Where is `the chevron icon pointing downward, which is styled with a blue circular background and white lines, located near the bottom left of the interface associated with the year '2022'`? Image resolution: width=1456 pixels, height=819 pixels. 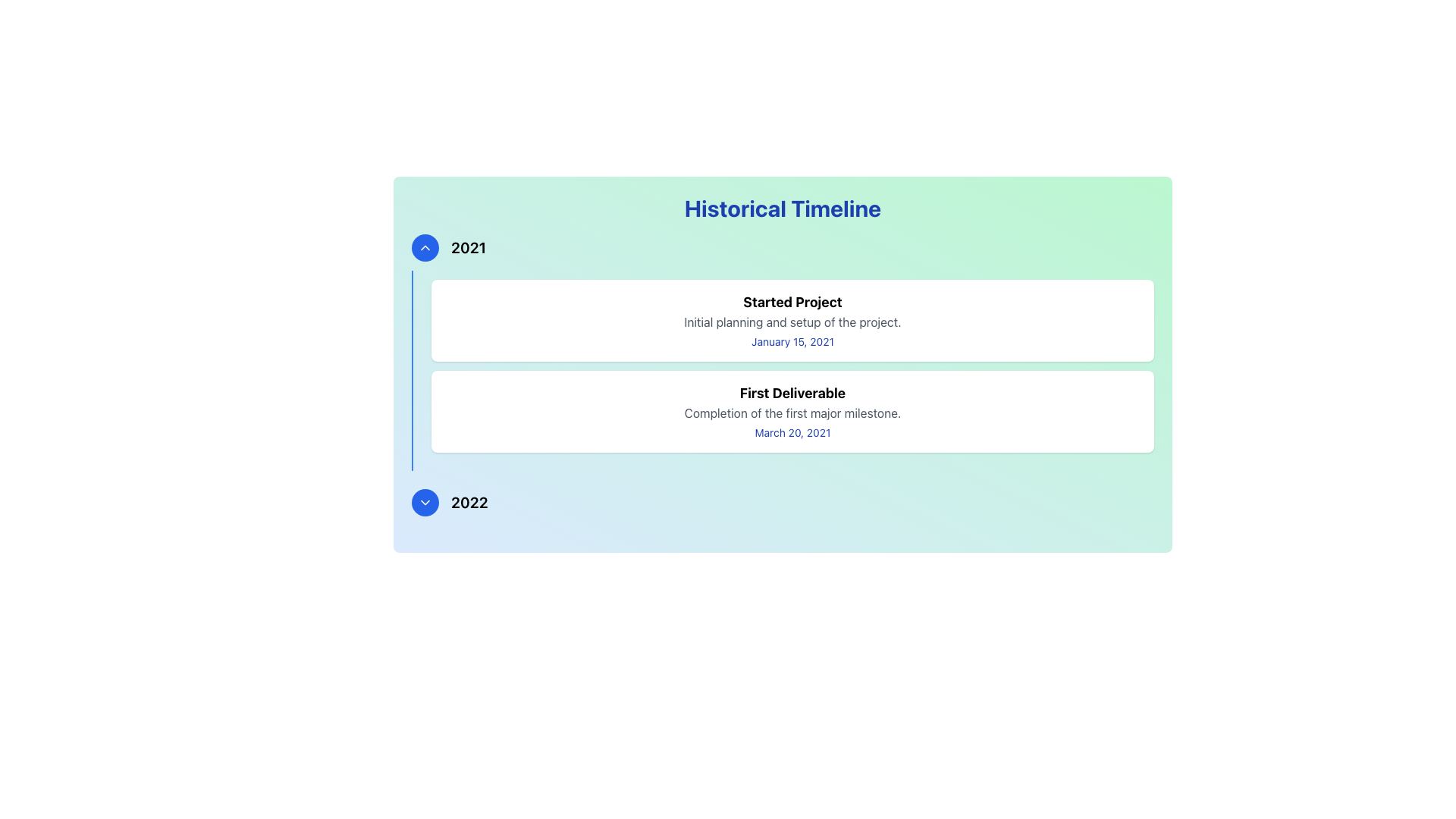 the chevron icon pointing downward, which is styled with a blue circular background and white lines, located near the bottom left of the interface associated with the year '2022' is located at coordinates (425, 503).